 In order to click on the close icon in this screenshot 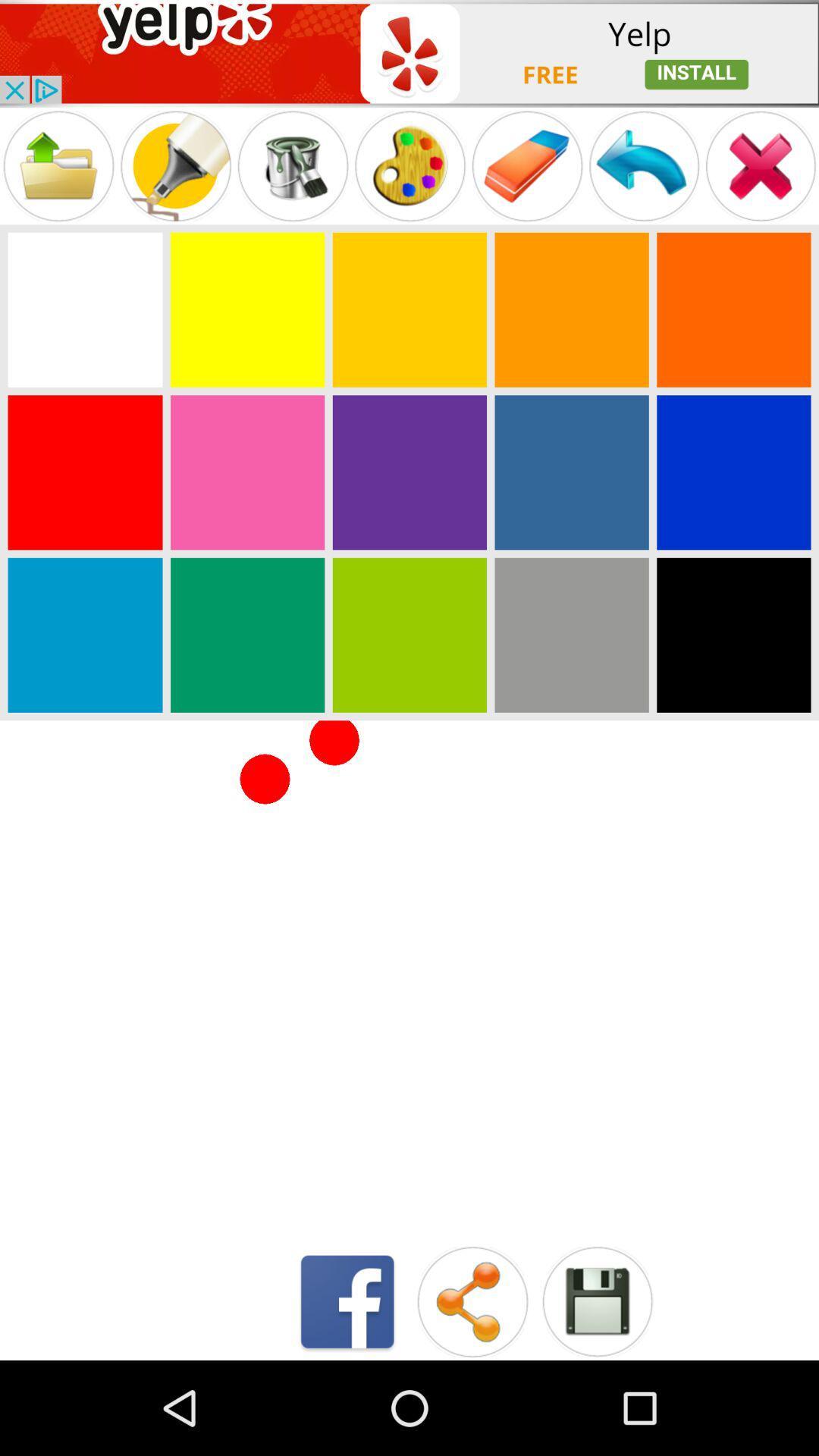, I will do `click(761, 177)`.